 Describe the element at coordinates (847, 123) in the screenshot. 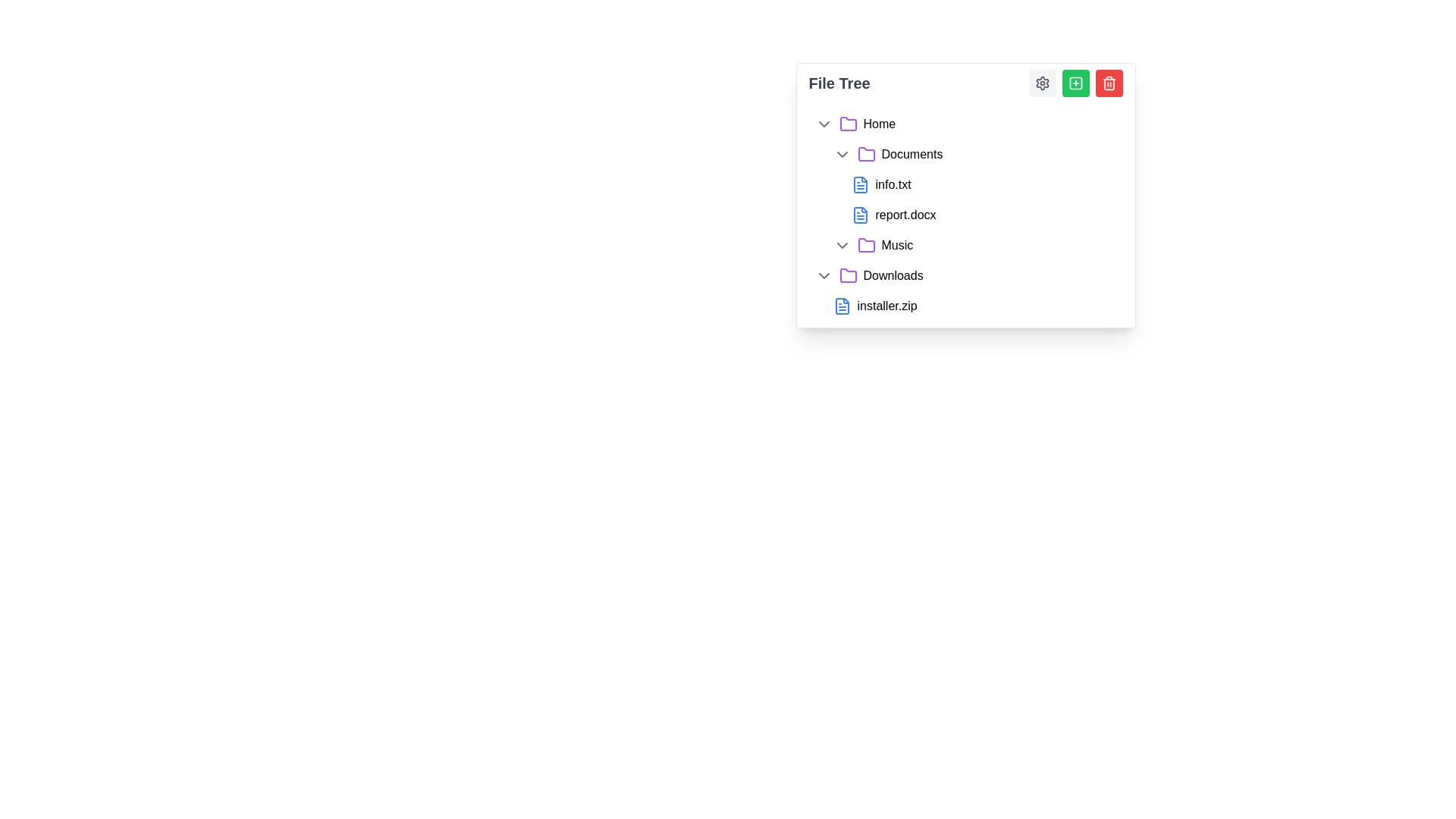

I see `the purple folder icon representing the 'Home' directory, located near the top-left corner of the file tree panel` at that location.